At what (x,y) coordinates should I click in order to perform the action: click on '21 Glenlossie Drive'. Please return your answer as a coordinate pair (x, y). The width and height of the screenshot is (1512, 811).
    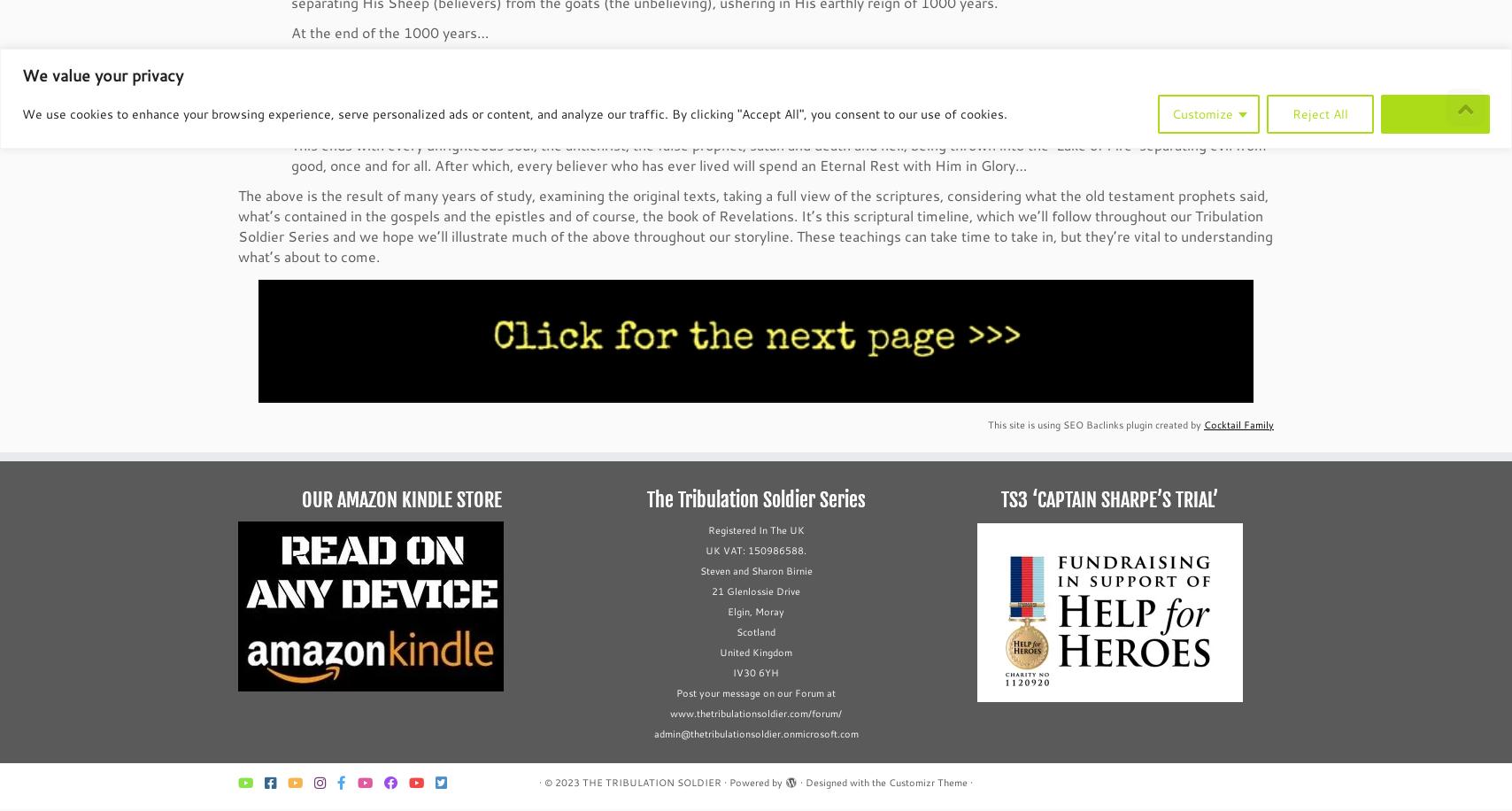
    Looking at the image, I should click on (756, 591).